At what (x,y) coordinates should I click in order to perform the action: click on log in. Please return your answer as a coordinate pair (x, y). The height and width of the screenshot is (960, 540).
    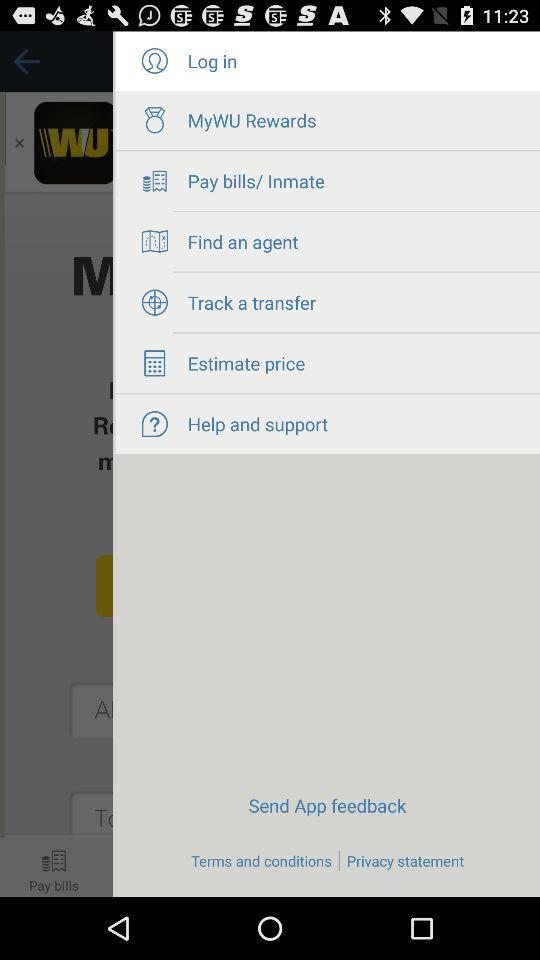
    Looking at the image, I should click on (153, 61).